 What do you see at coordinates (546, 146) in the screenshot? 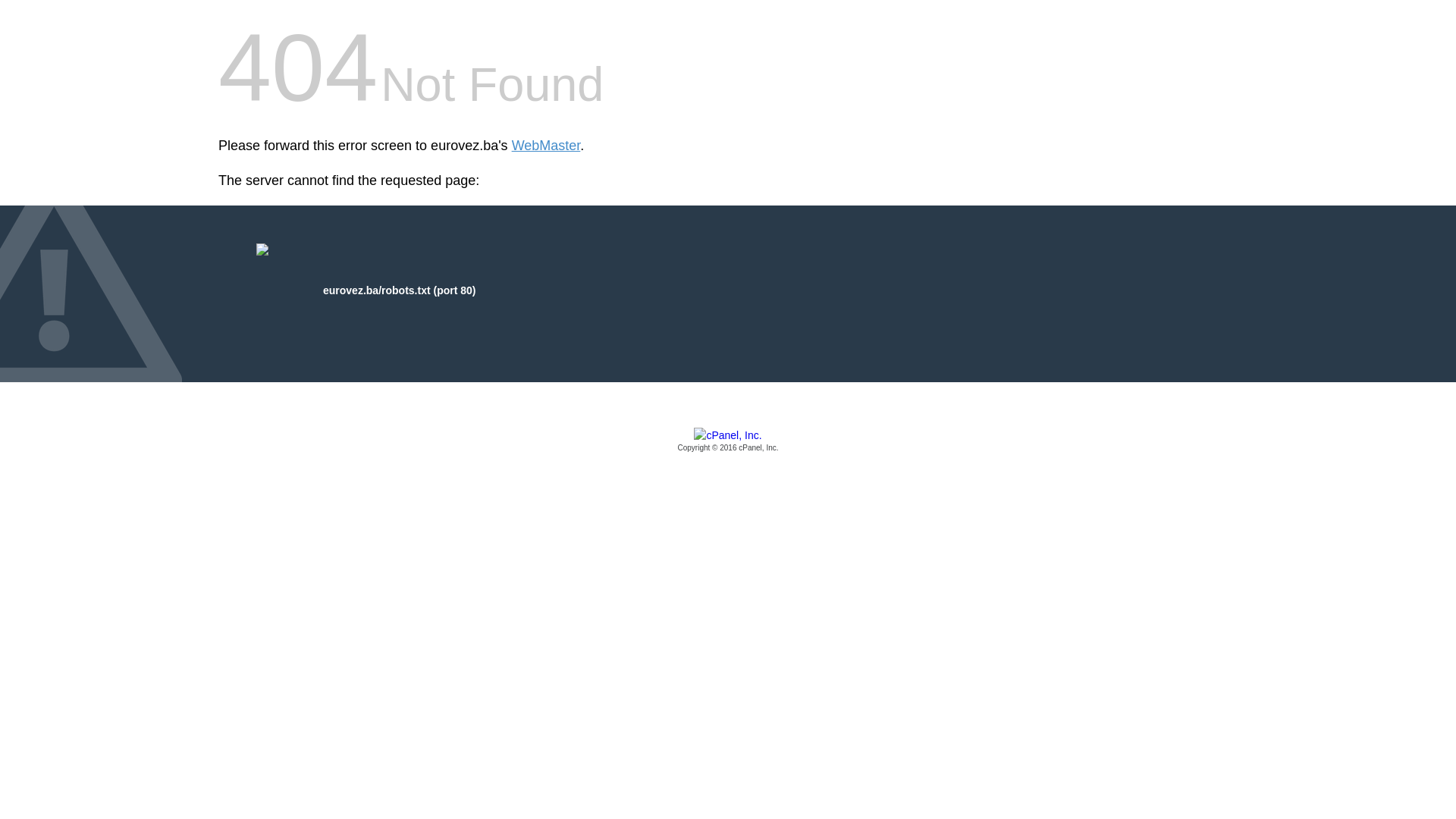
I see `'WebMaster'` at bounding box center [546, 146].